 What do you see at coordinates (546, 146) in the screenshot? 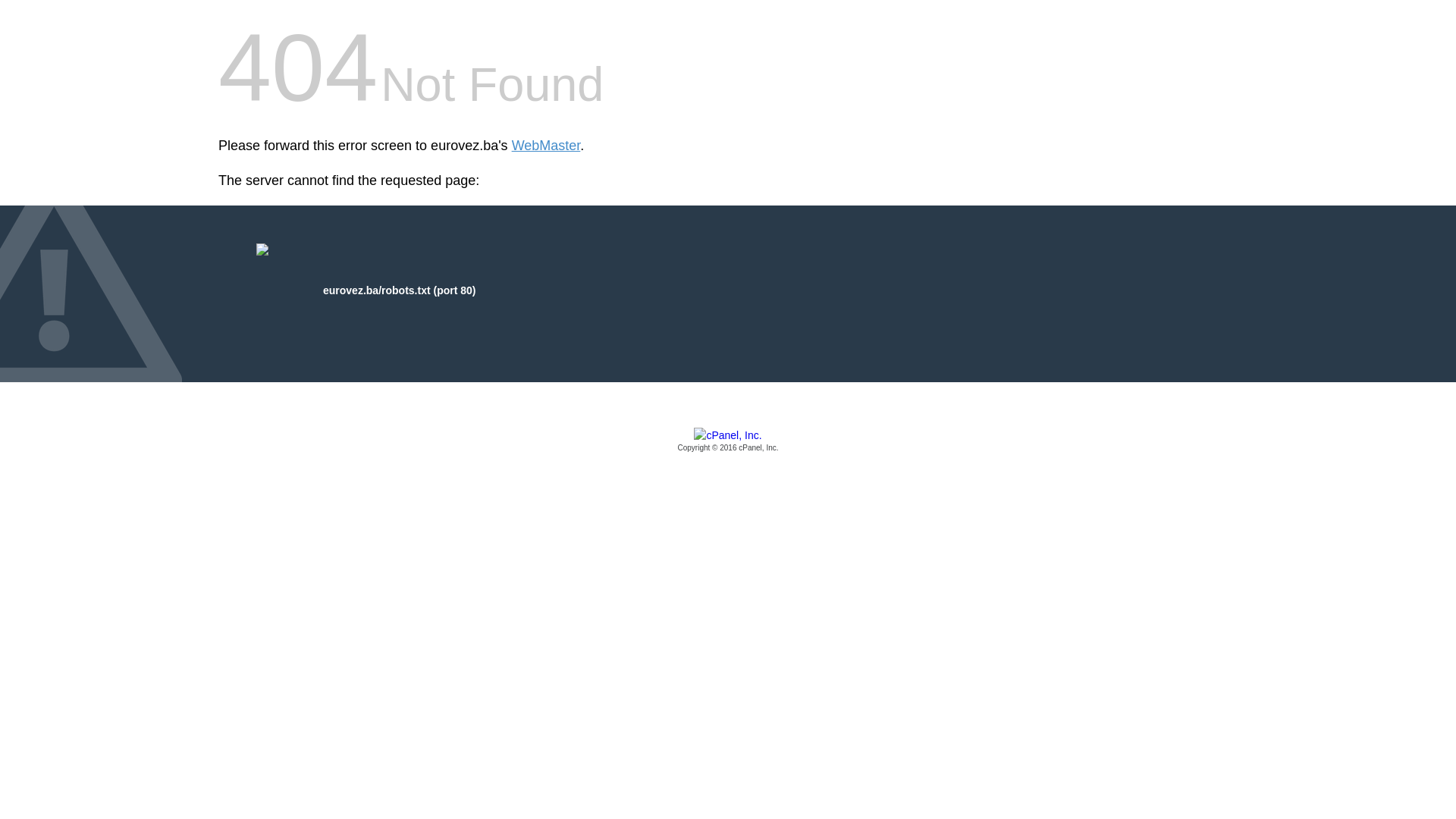
I see `'WebMaster'` at bounding box center [546, 146].